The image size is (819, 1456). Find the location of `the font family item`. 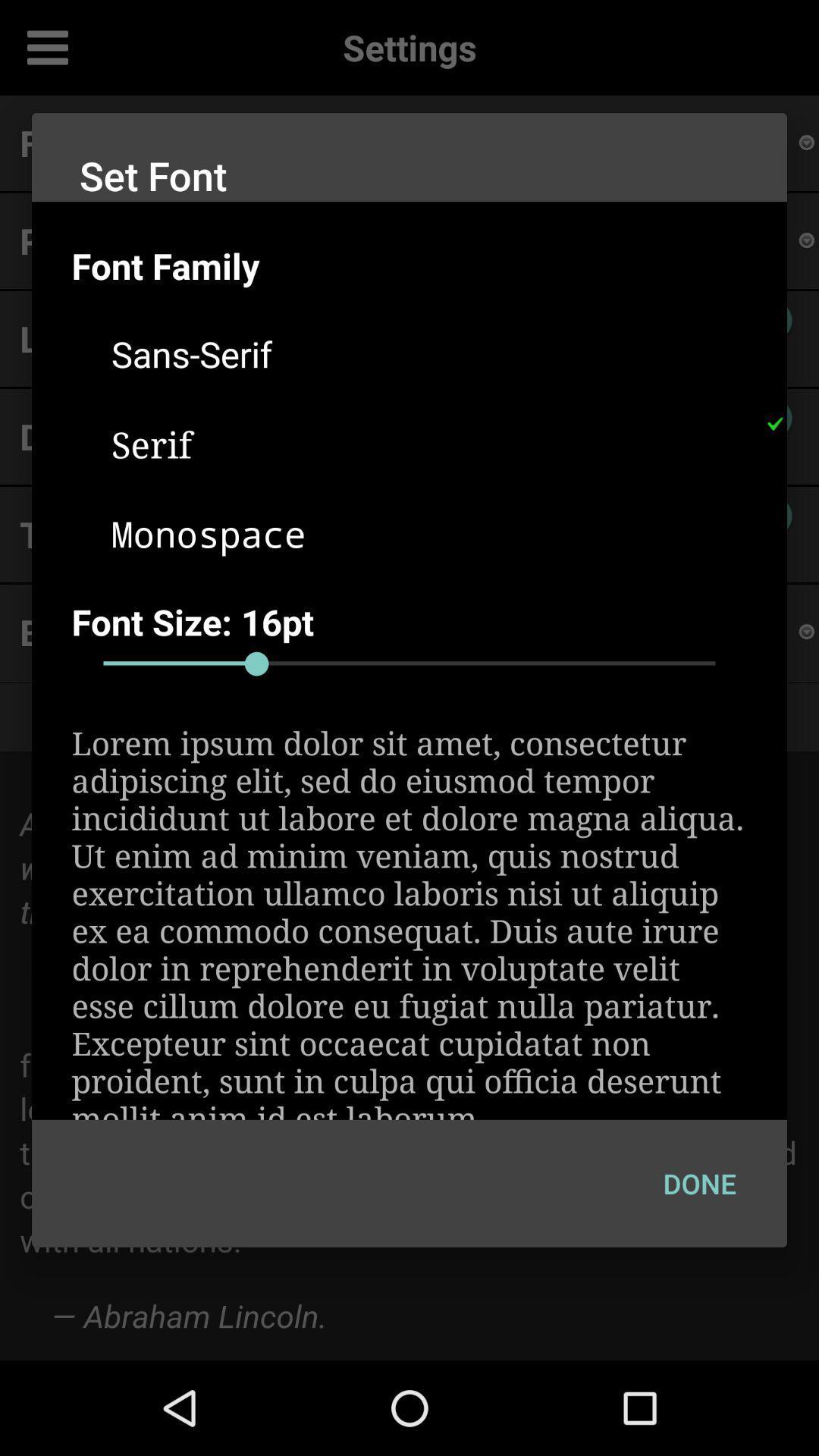

the font family item is located at coordinates (429, 265).